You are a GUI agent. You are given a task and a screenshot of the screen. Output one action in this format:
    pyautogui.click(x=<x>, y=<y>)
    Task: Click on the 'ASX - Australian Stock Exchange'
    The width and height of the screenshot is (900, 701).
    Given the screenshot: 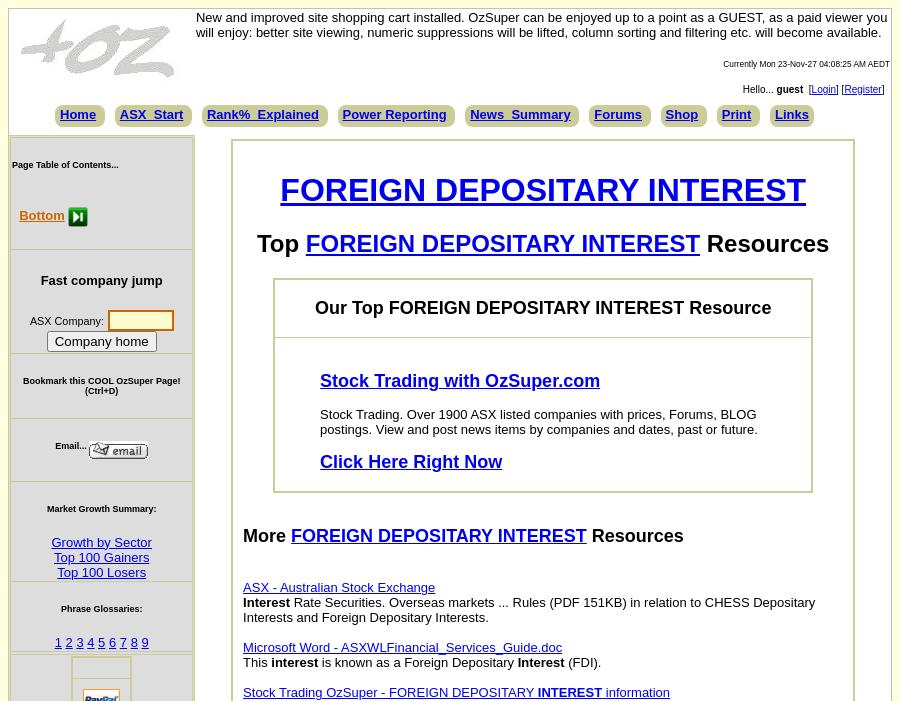 What is the action you would take?
    pyautogui.click(x=339, y=587)
    